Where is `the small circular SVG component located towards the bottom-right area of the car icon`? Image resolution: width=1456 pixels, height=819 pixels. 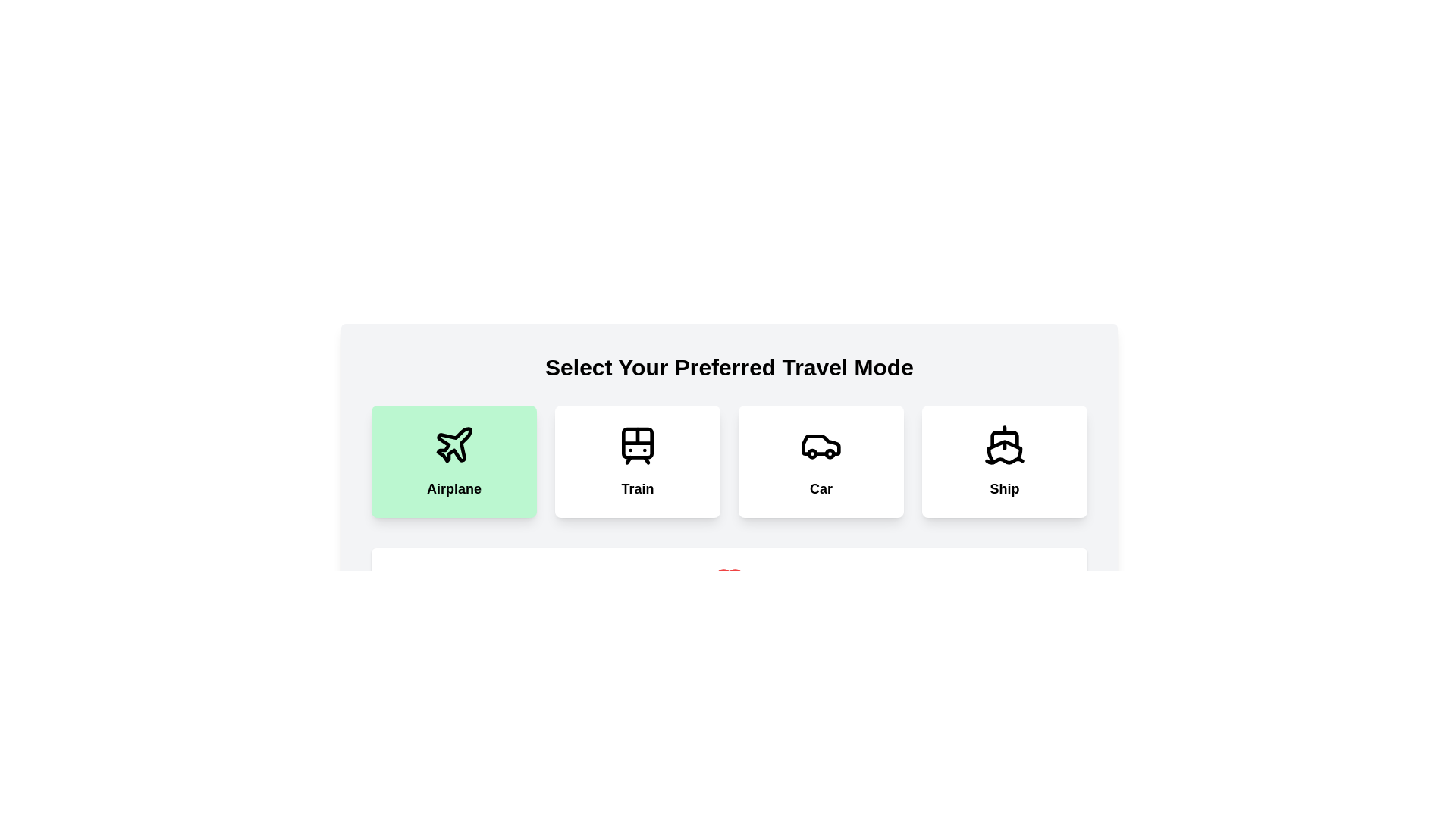
the small circular SVG component located towards the bottom-right area of the car icon is located at coordinates (829, 453).